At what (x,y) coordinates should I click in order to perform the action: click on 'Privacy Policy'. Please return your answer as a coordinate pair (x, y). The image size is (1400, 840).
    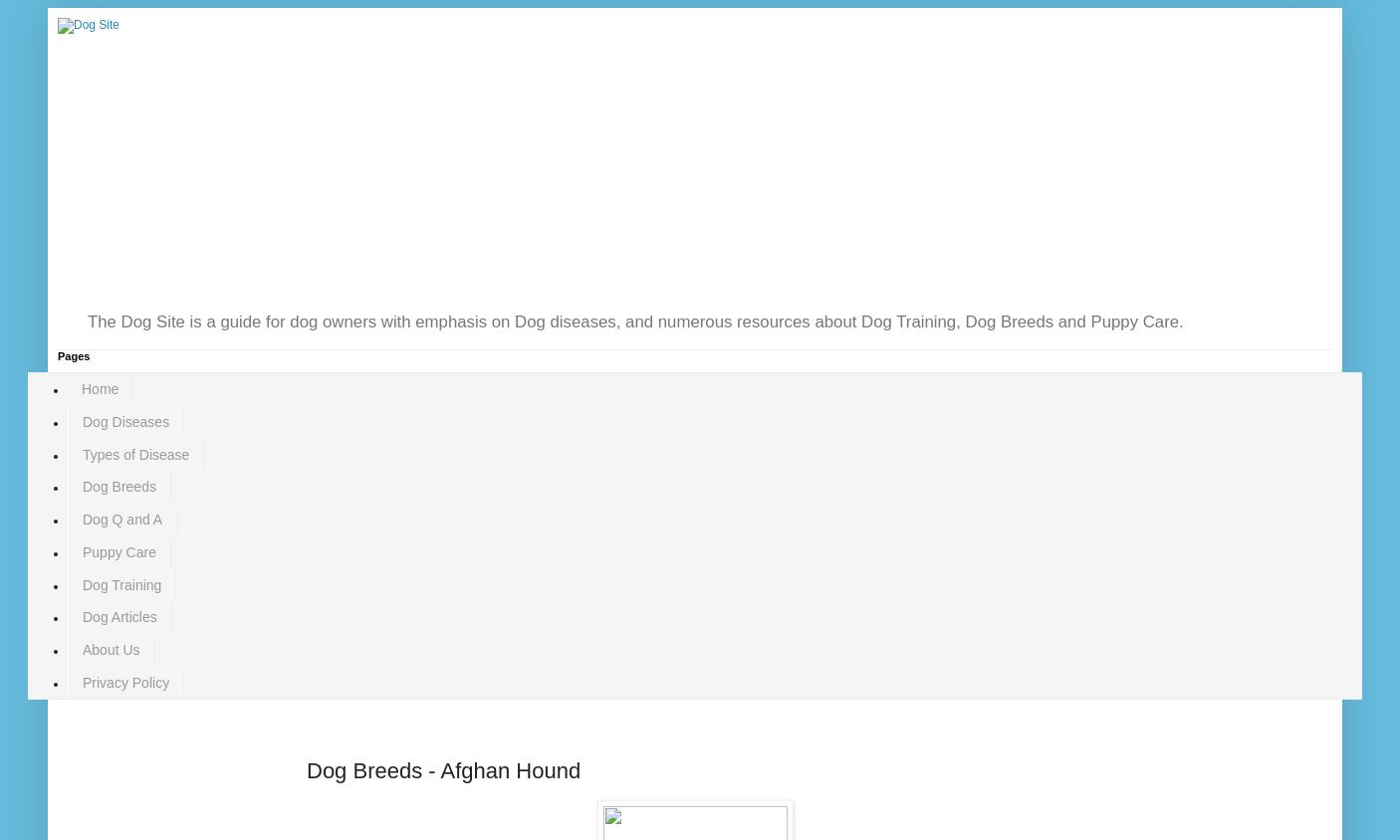
    Looking at the image, I should click on (125, 682).